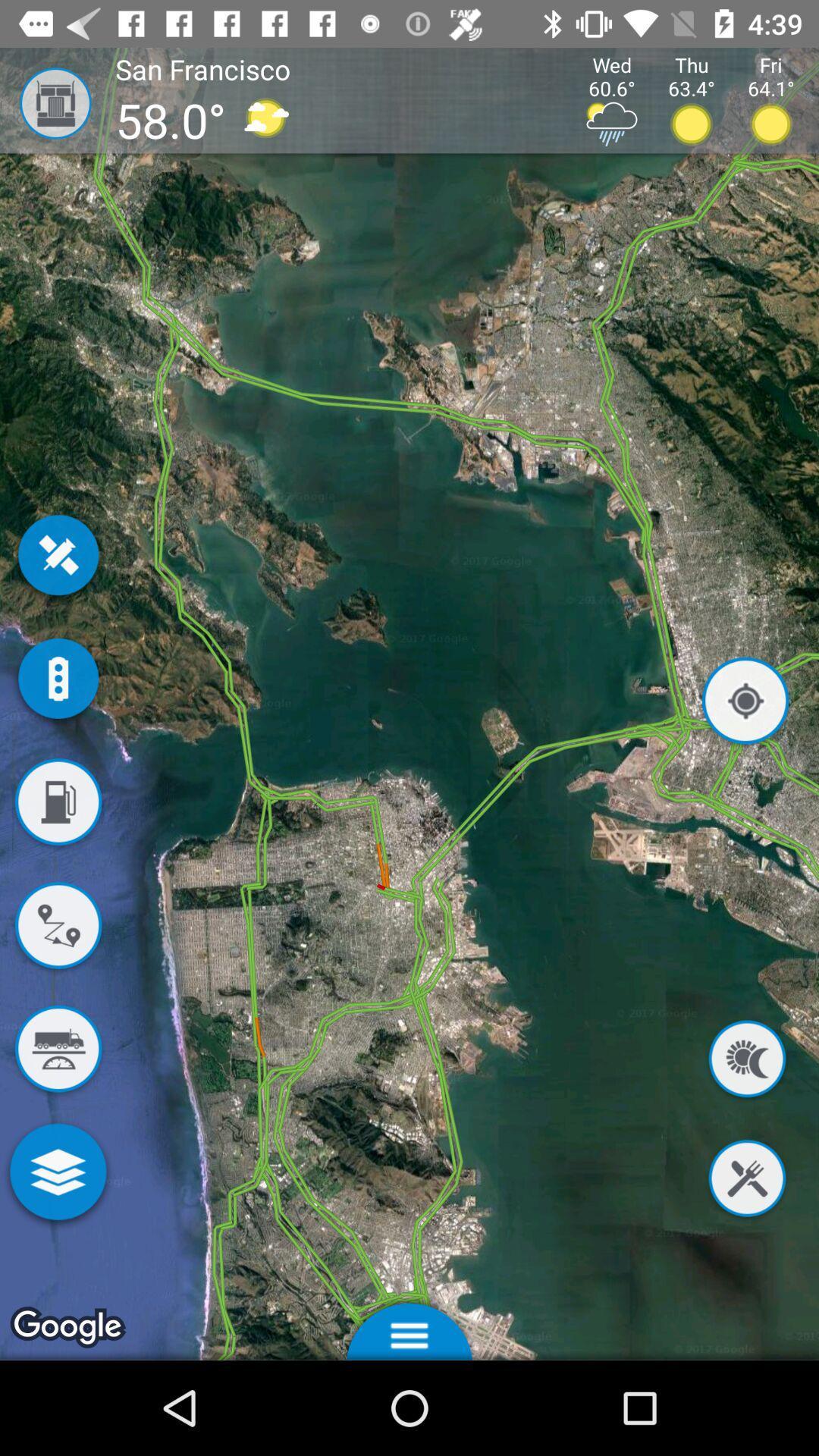 This screenshot has width=819, height=1456. Describe the element at coordinates (745, 703) in the screenshot. I see `icon on the right` at that location.